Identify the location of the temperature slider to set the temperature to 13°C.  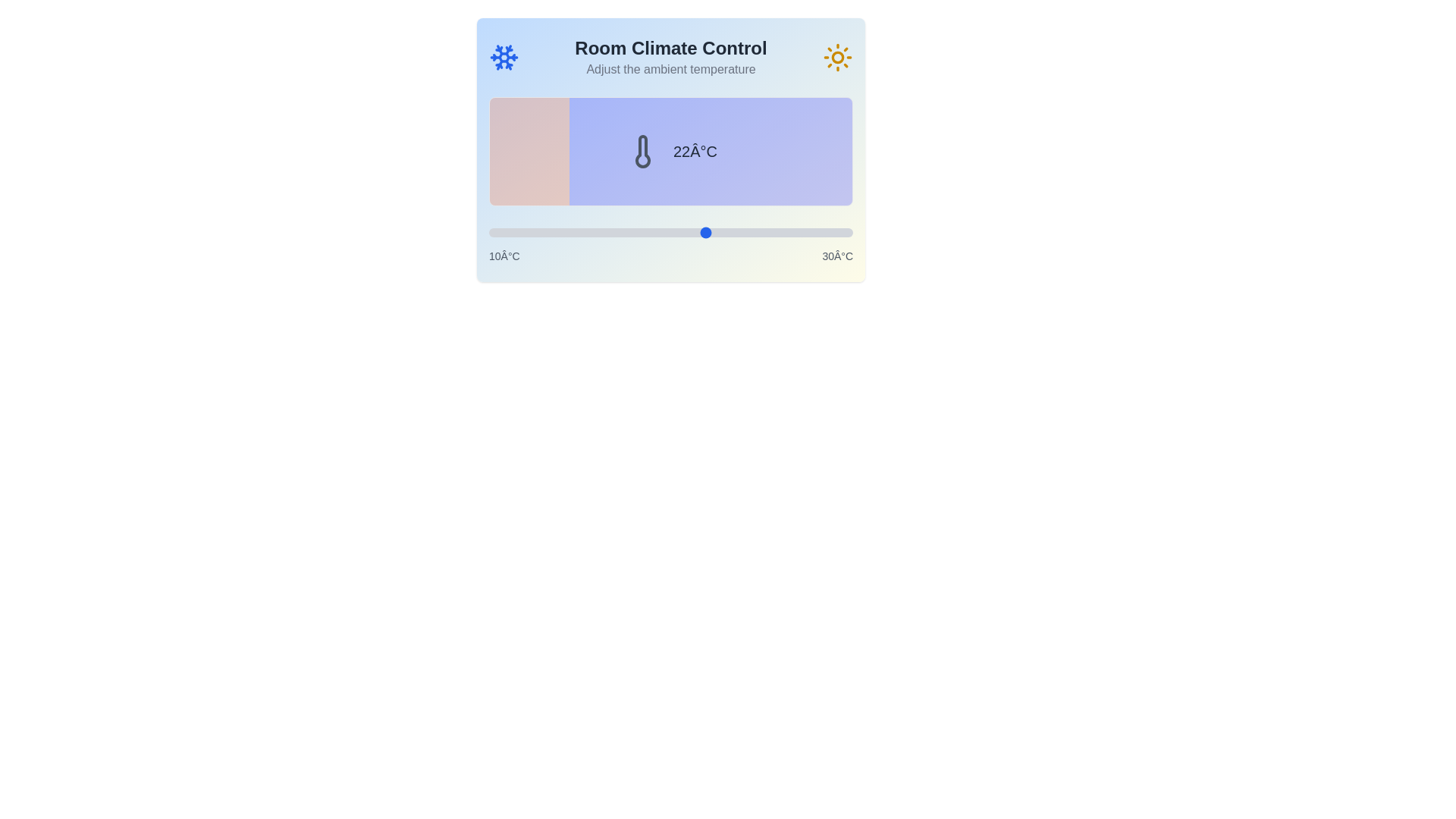
(543, 233).